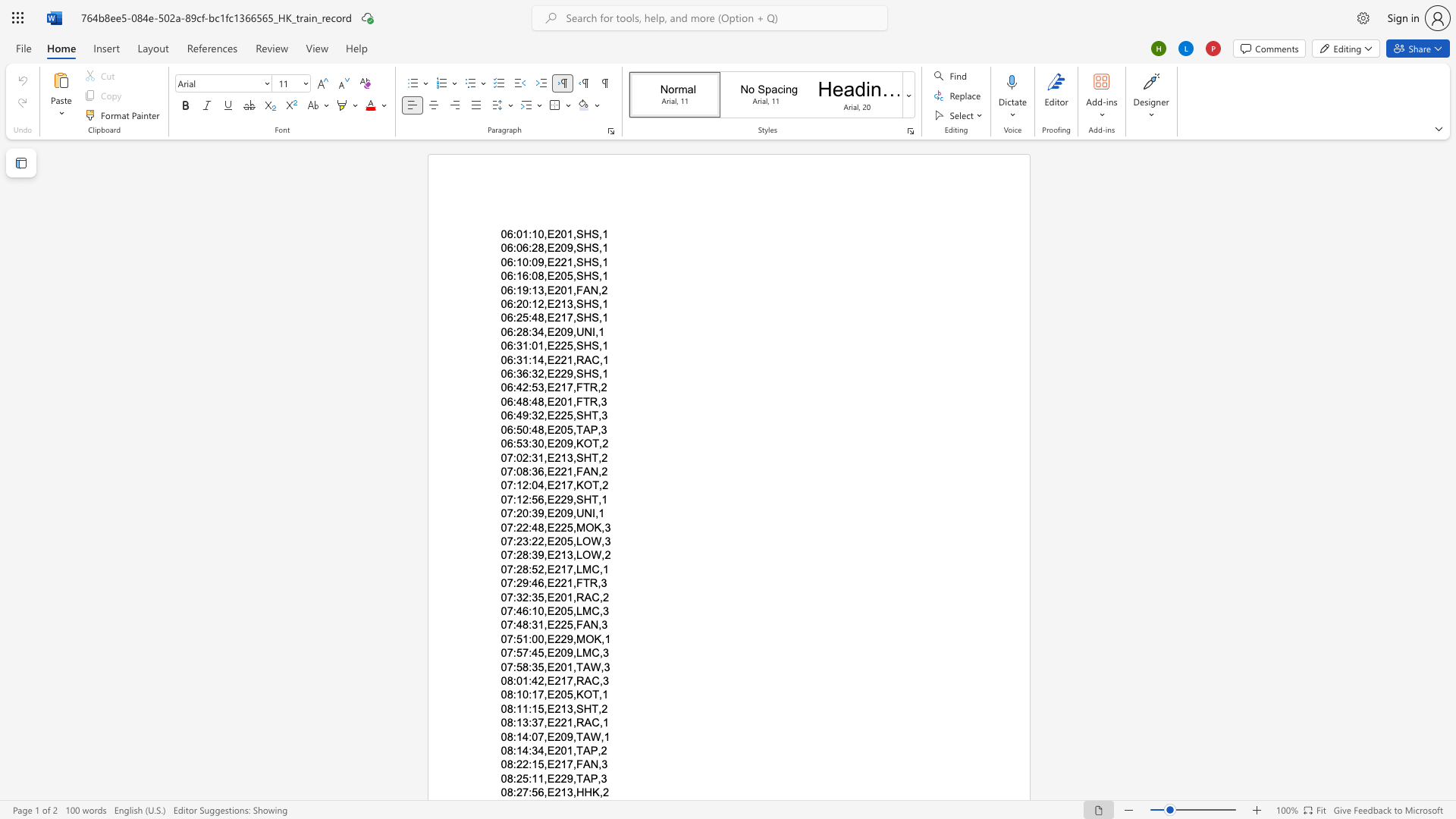  Describe the element at coordinates (538, 596) in the screenshot. I see `the subset text "5," within the text "07:32:35,E201,RAC,2"` at that location.